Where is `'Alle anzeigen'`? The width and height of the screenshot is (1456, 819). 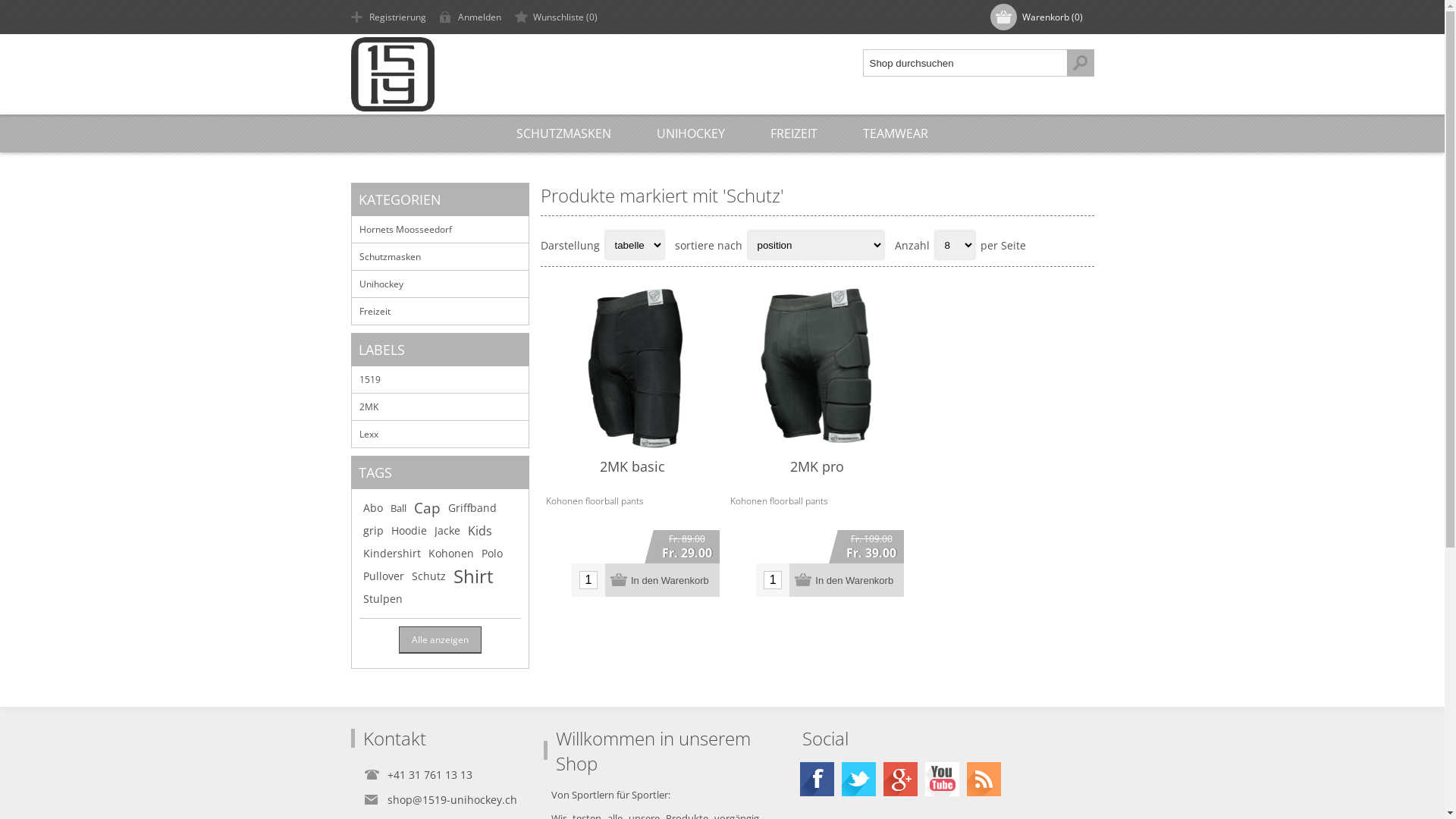
'Alle anzeigen' is located at coordinates (399, 639).